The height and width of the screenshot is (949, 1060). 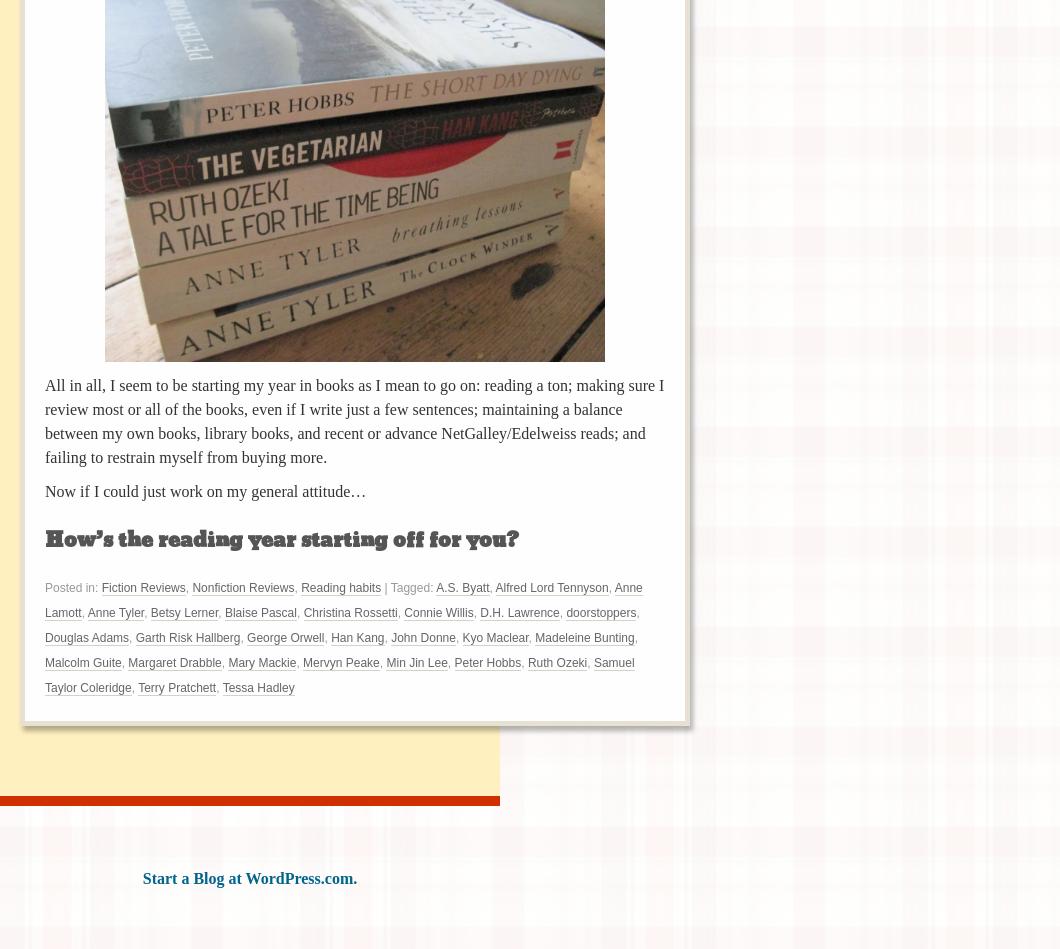 What do you see at coordinates (87, 636) in the screenshot?
I see `'Douglas Adams'` at bounding box center [87, 636].